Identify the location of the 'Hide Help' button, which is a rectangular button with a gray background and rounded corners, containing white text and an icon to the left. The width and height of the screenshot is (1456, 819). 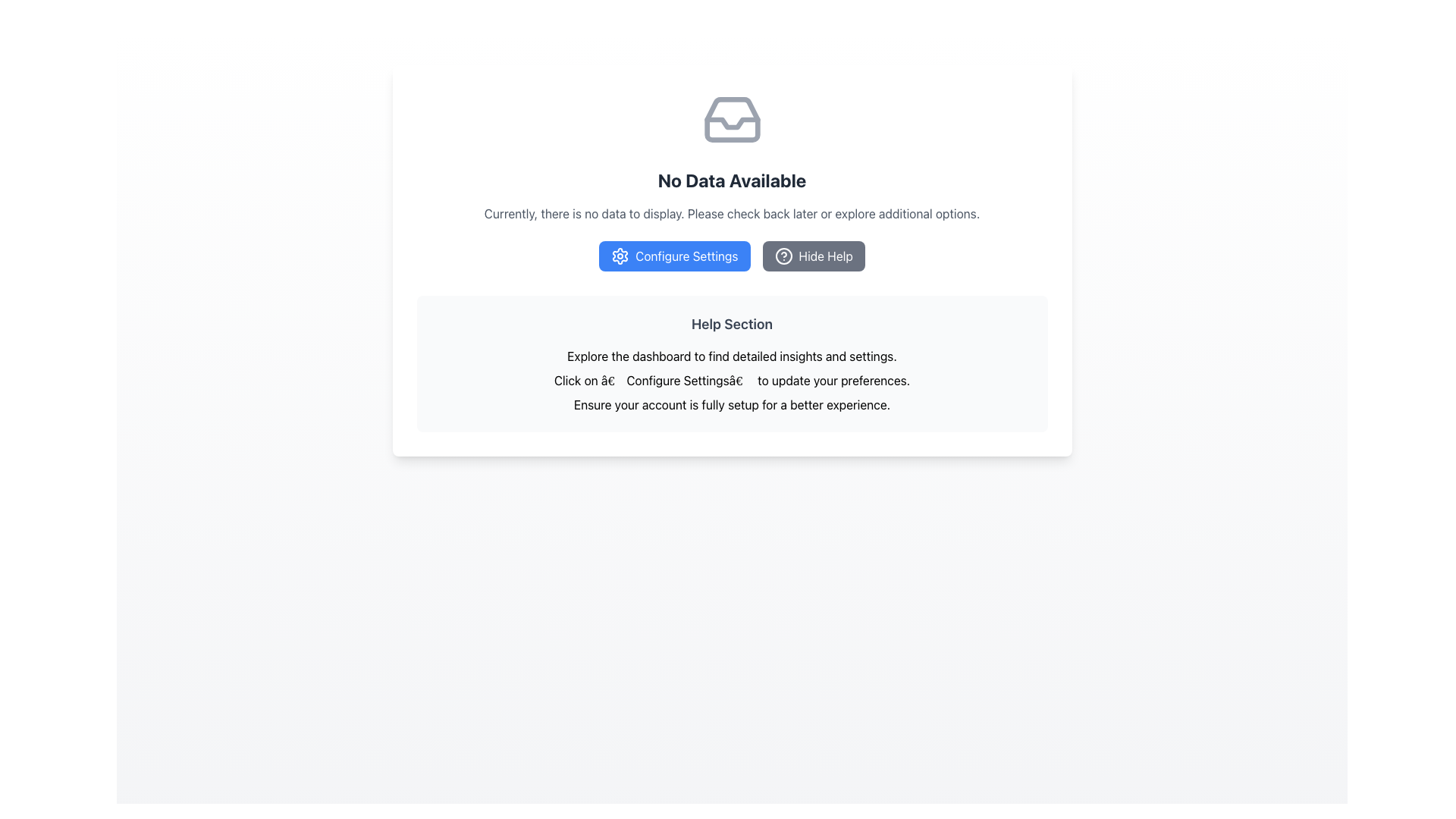
(813, 256).